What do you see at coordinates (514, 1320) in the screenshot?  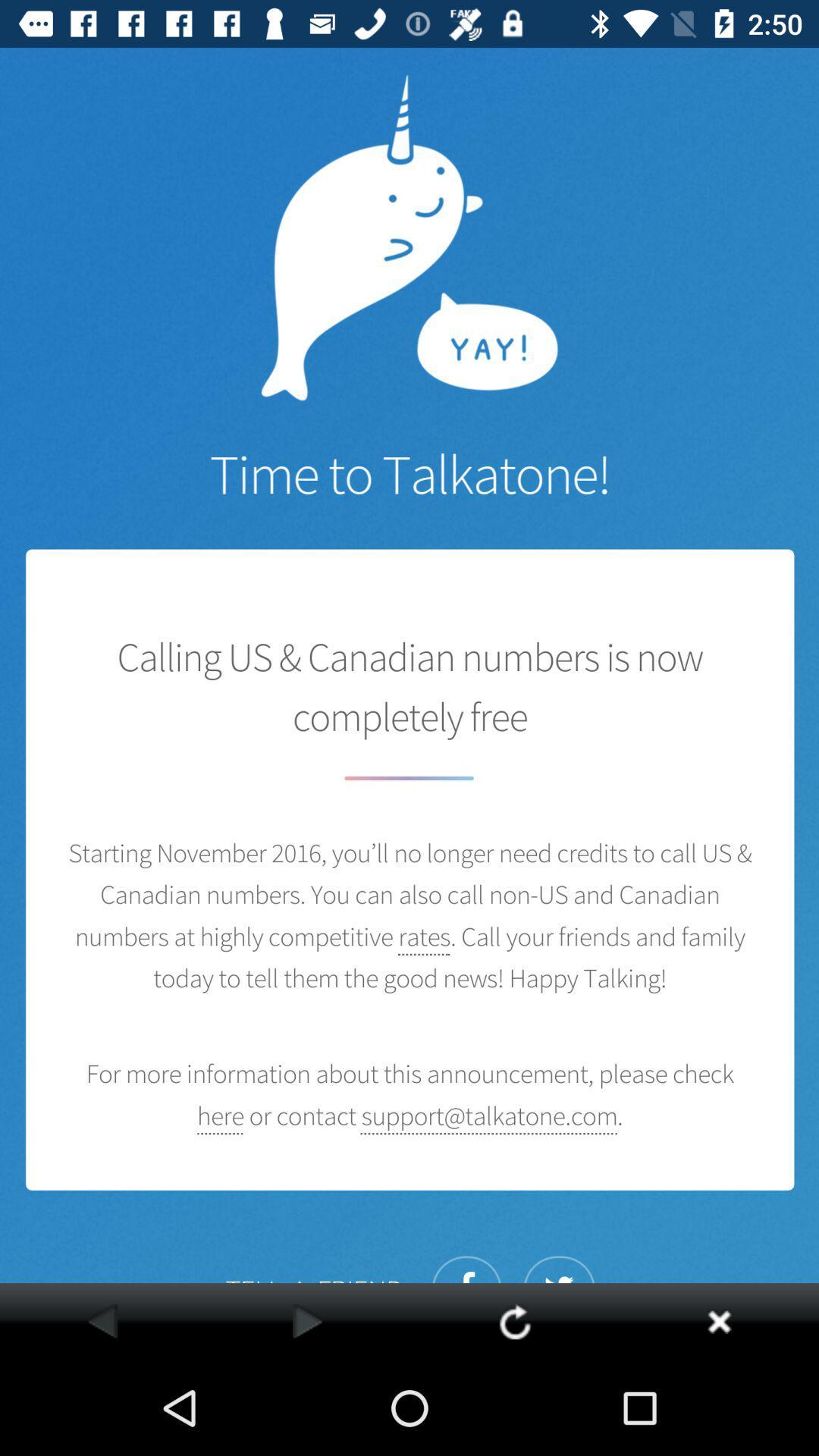 I see `refresh` at bounding box center [514, 1320].